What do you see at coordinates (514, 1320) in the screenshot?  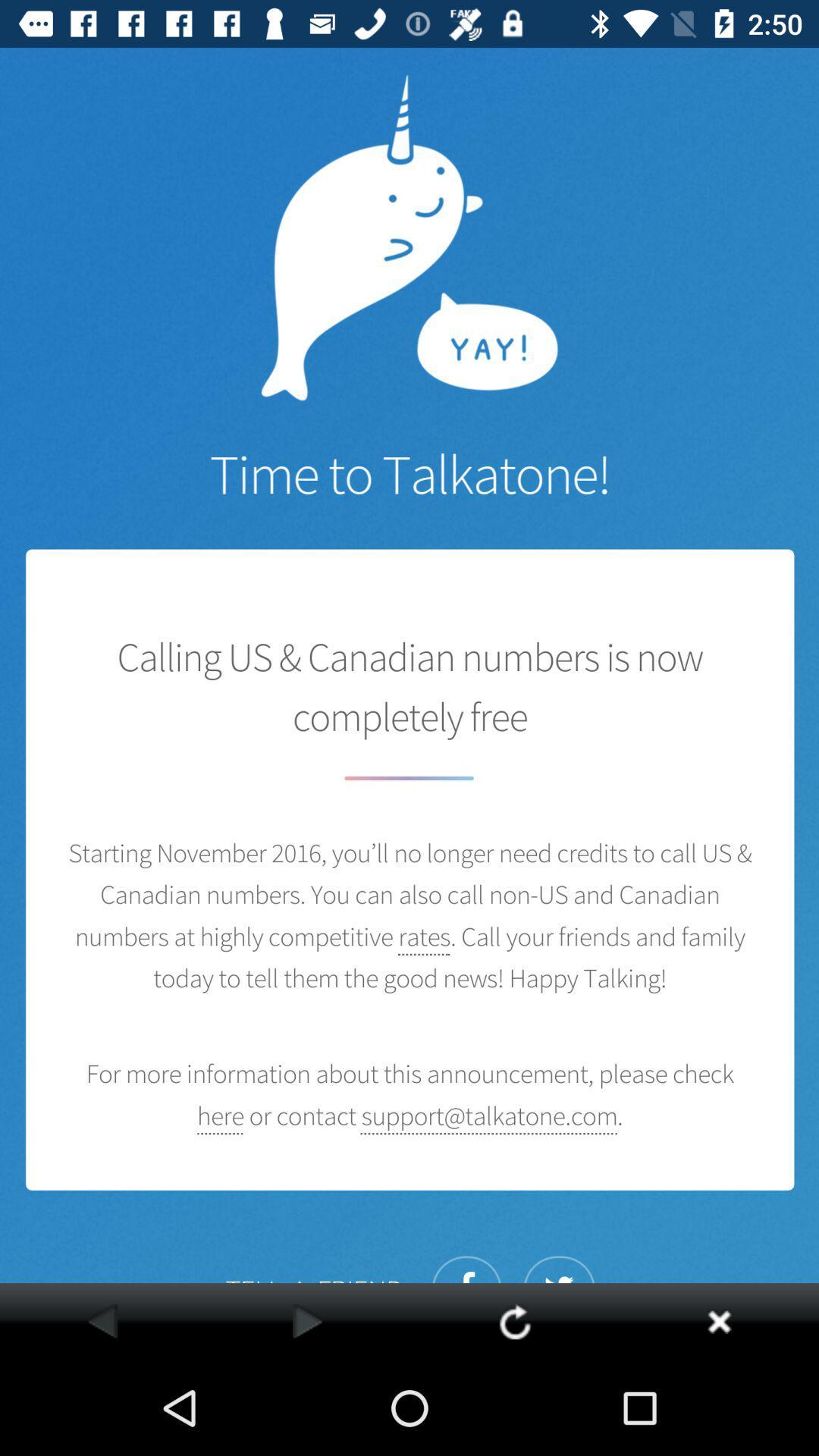 I see `refresh` at bounding box center [514, 1320].